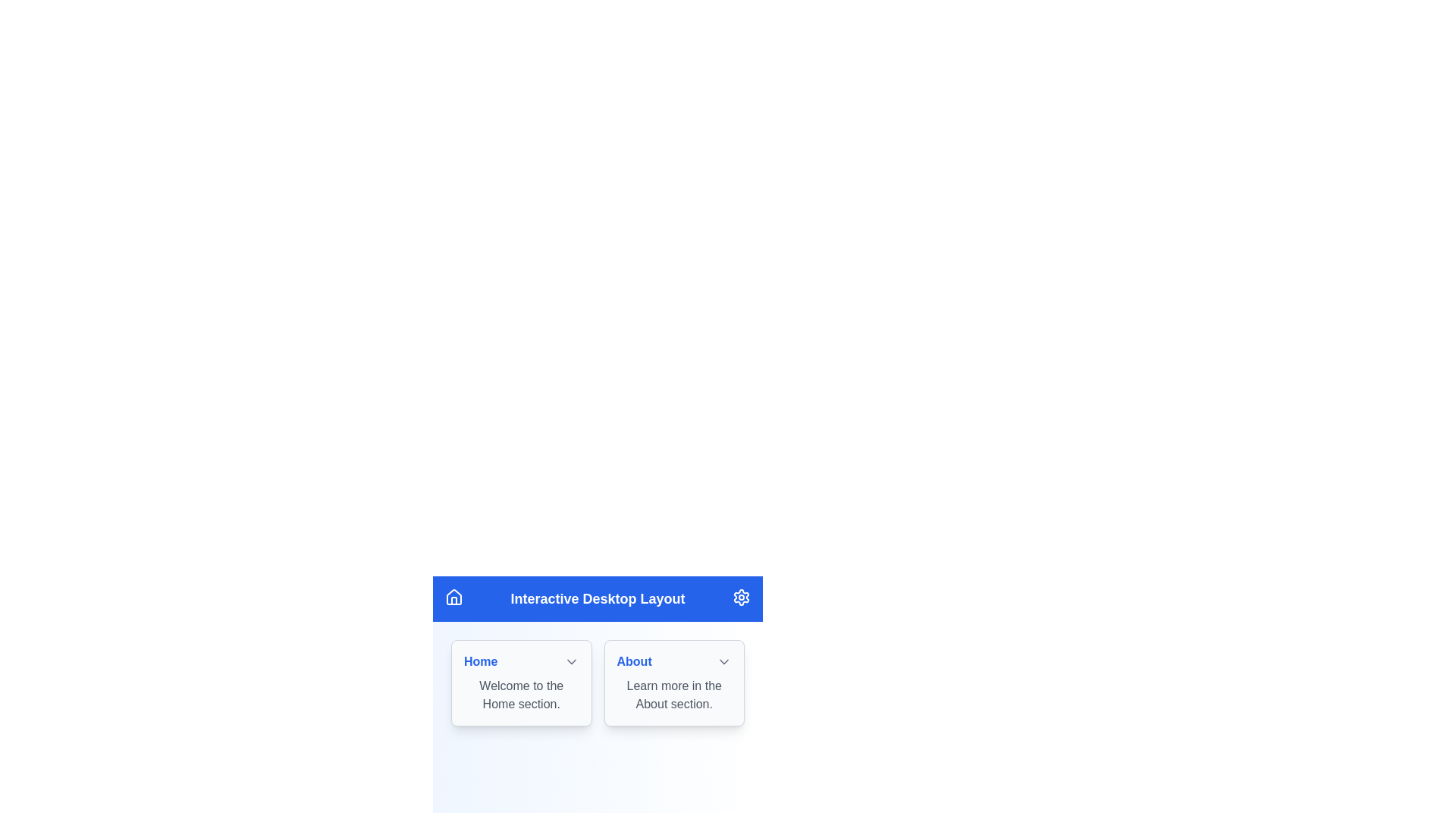 This screenshot has width=1456, height=819. What do you see at coordinates (723, 661) in the screenshot?
I see `the downward-pointing chevron icon located next to the text 'About', which is styled with a thin border and uses a gray color palette` at bounding box center [723, 661].